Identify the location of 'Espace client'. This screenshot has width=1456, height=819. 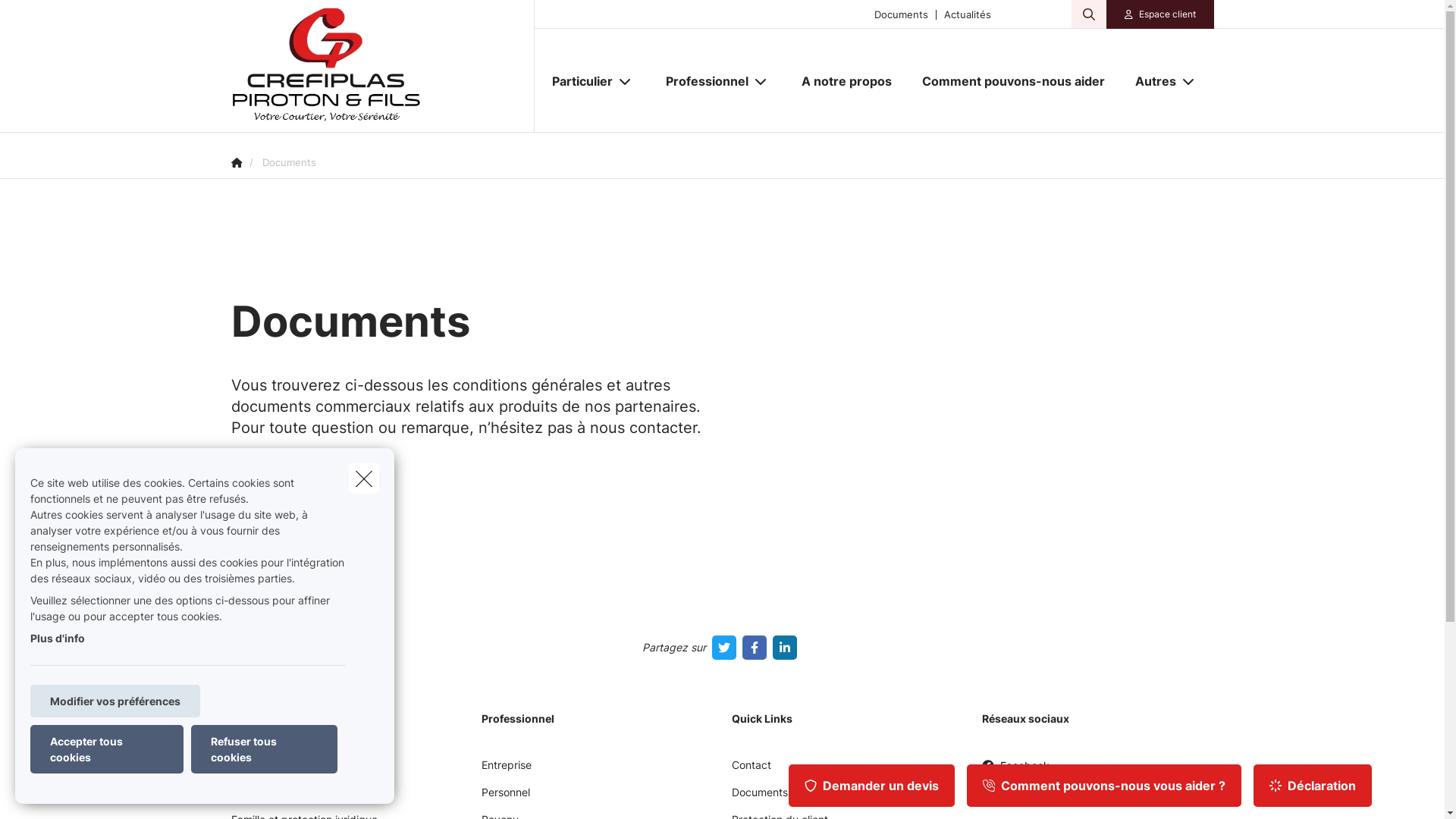
(1166, 14).